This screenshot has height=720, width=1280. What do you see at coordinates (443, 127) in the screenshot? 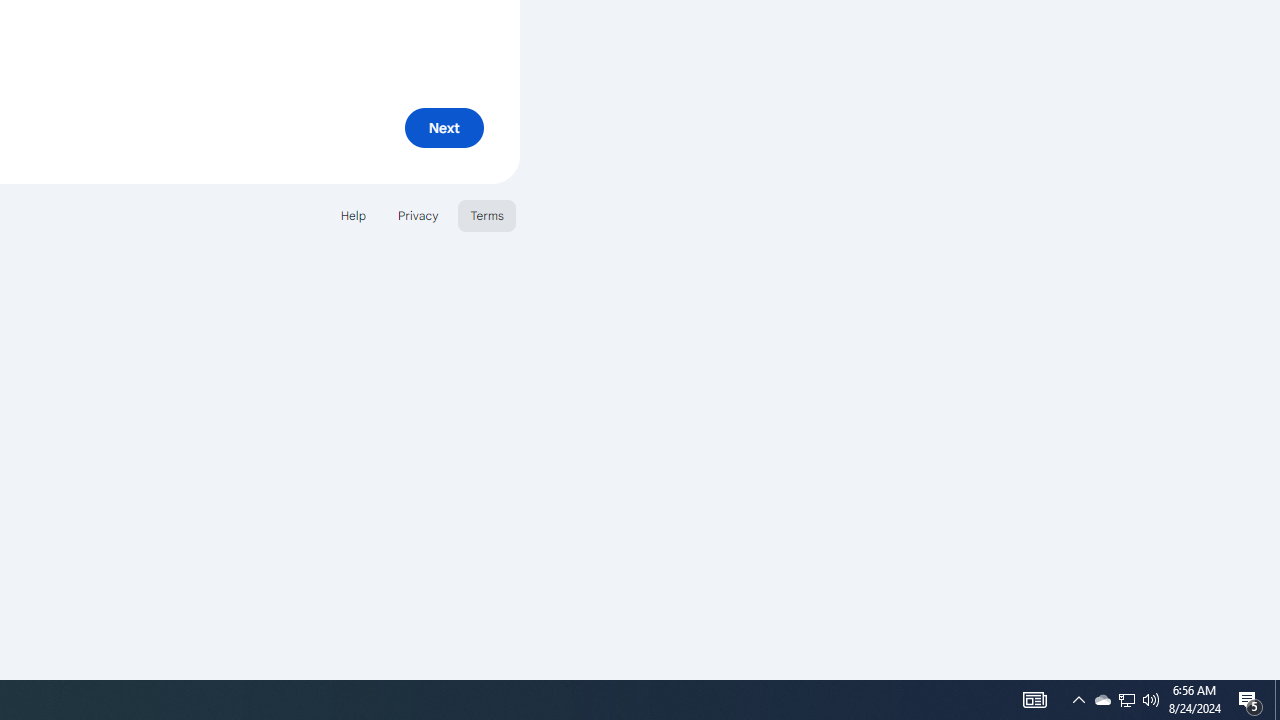
I see `'Next'` at bounding box center [443, 127].